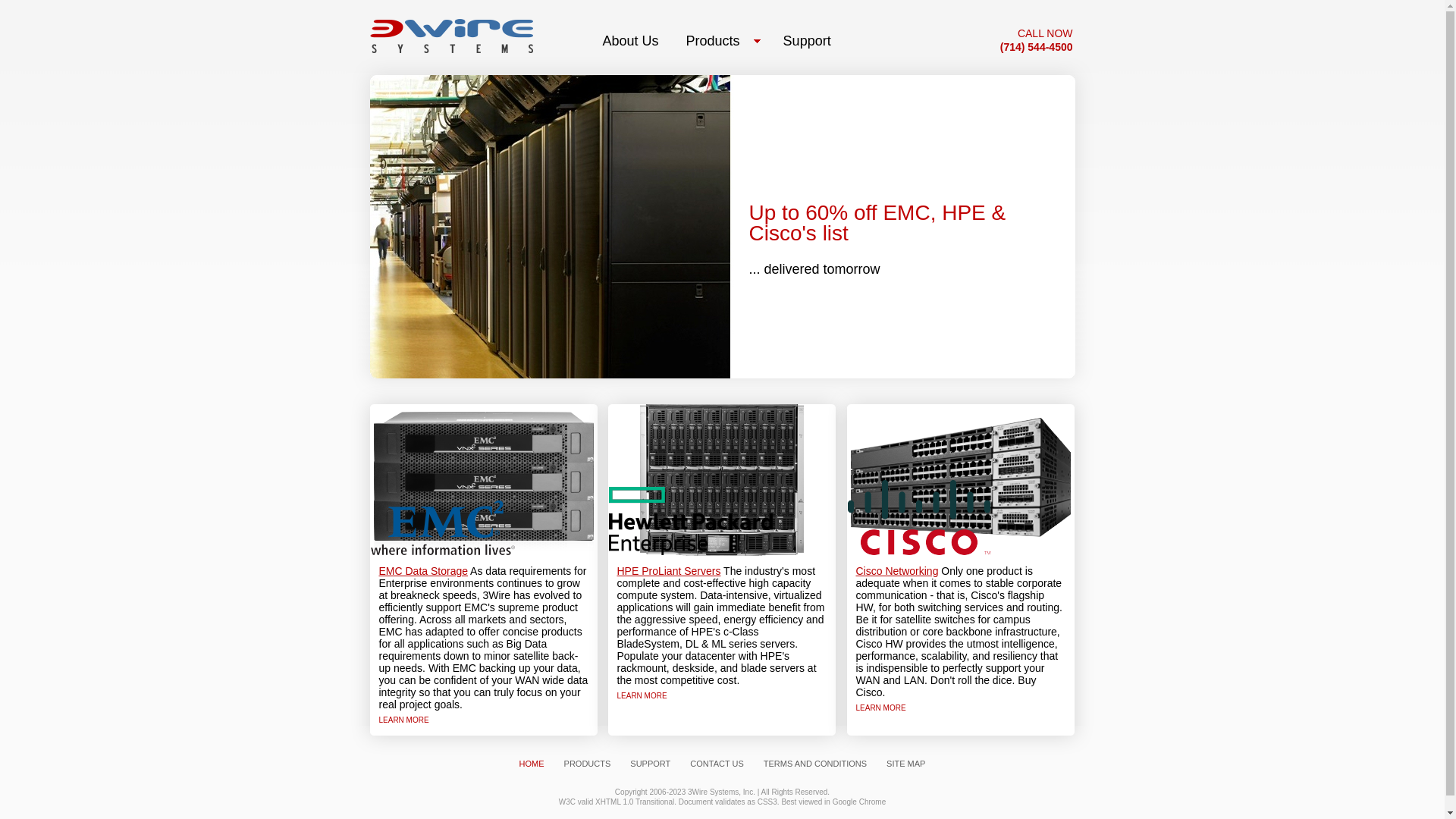 The height and width of the screenshot is (819, 1456). I want to click on '3Wire Systems', so click(450, 34).